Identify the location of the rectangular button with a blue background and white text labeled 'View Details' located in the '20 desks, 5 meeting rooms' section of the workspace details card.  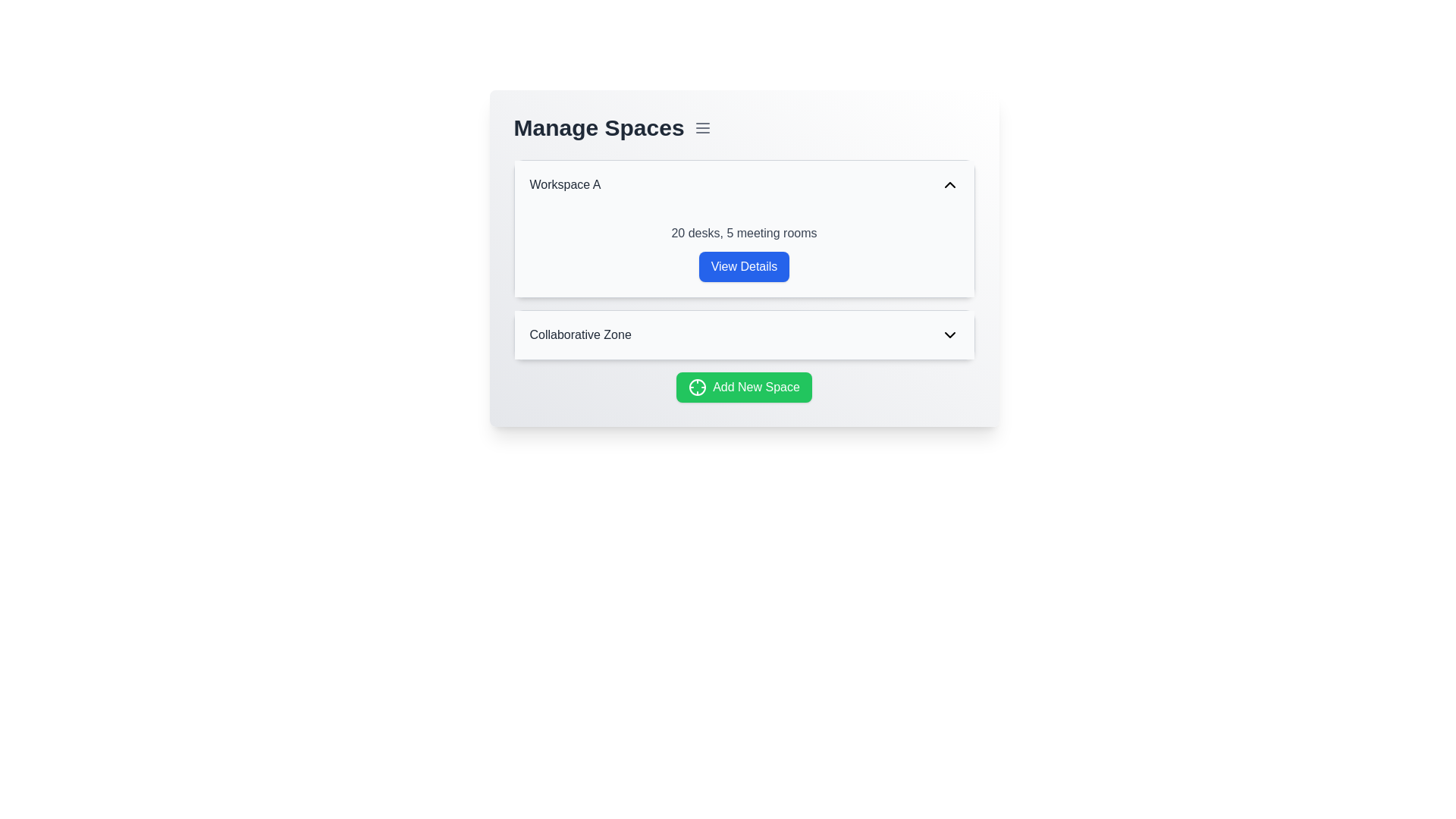
(744, 265).